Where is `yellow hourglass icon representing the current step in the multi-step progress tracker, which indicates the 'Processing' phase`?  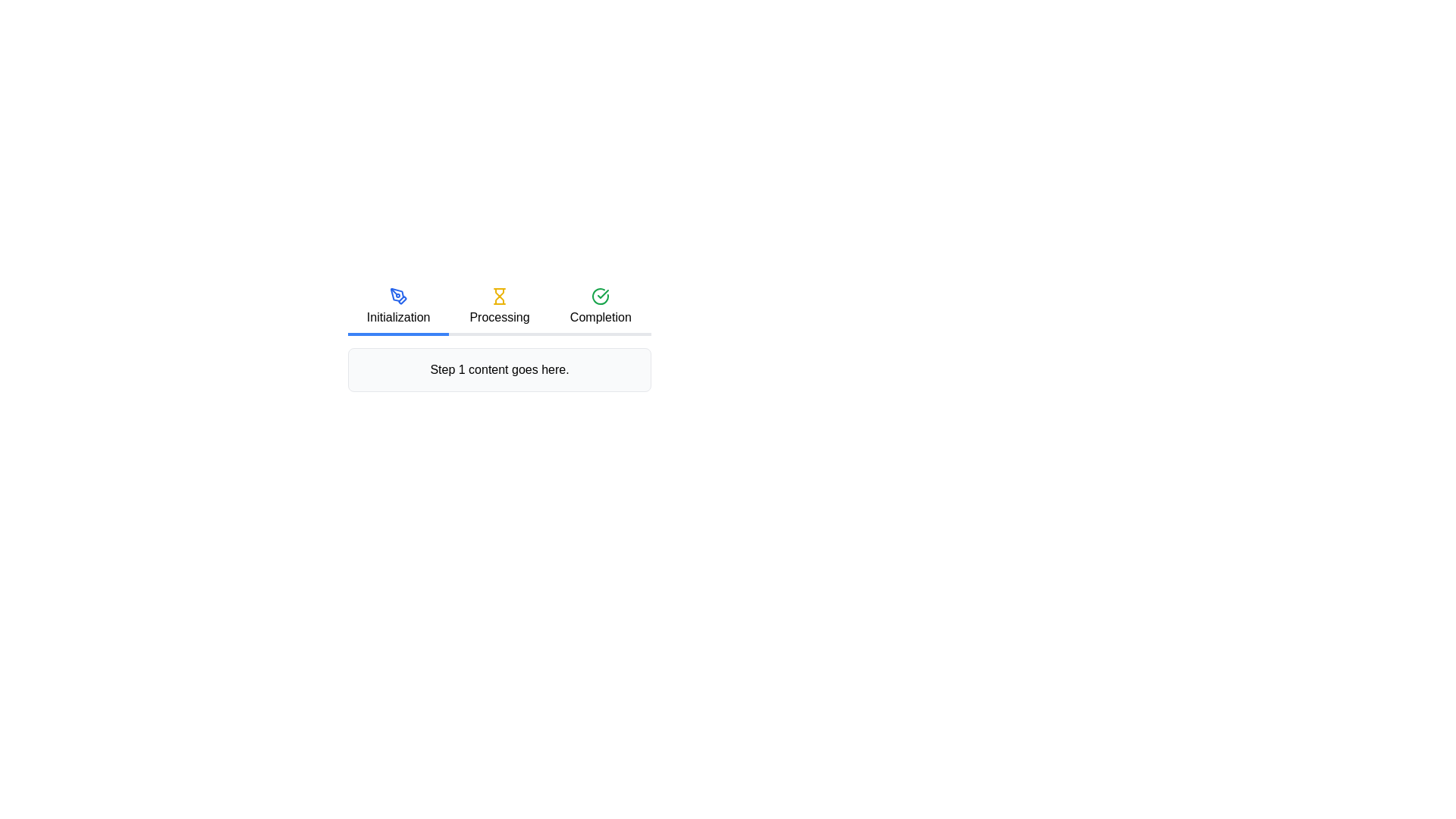
yellow hourglass icon representing the current step in the multi-step progress tracker, which indicates the 'Processing' phase is located at coordinates (499, 308).